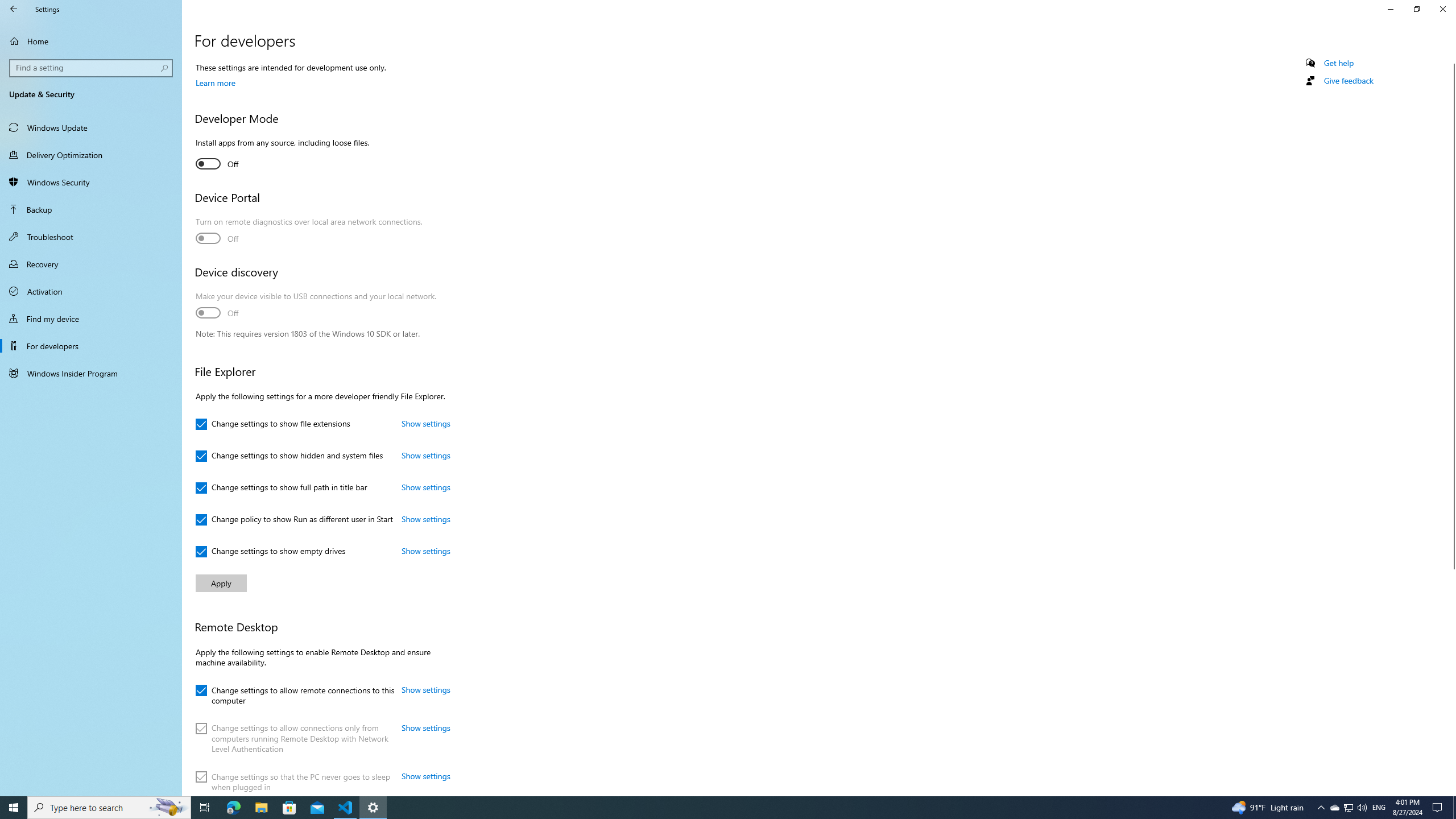 The image size is (1456, 819). I want to click on 'Show settings: Change settings to show file extensions', so click(425, 423).